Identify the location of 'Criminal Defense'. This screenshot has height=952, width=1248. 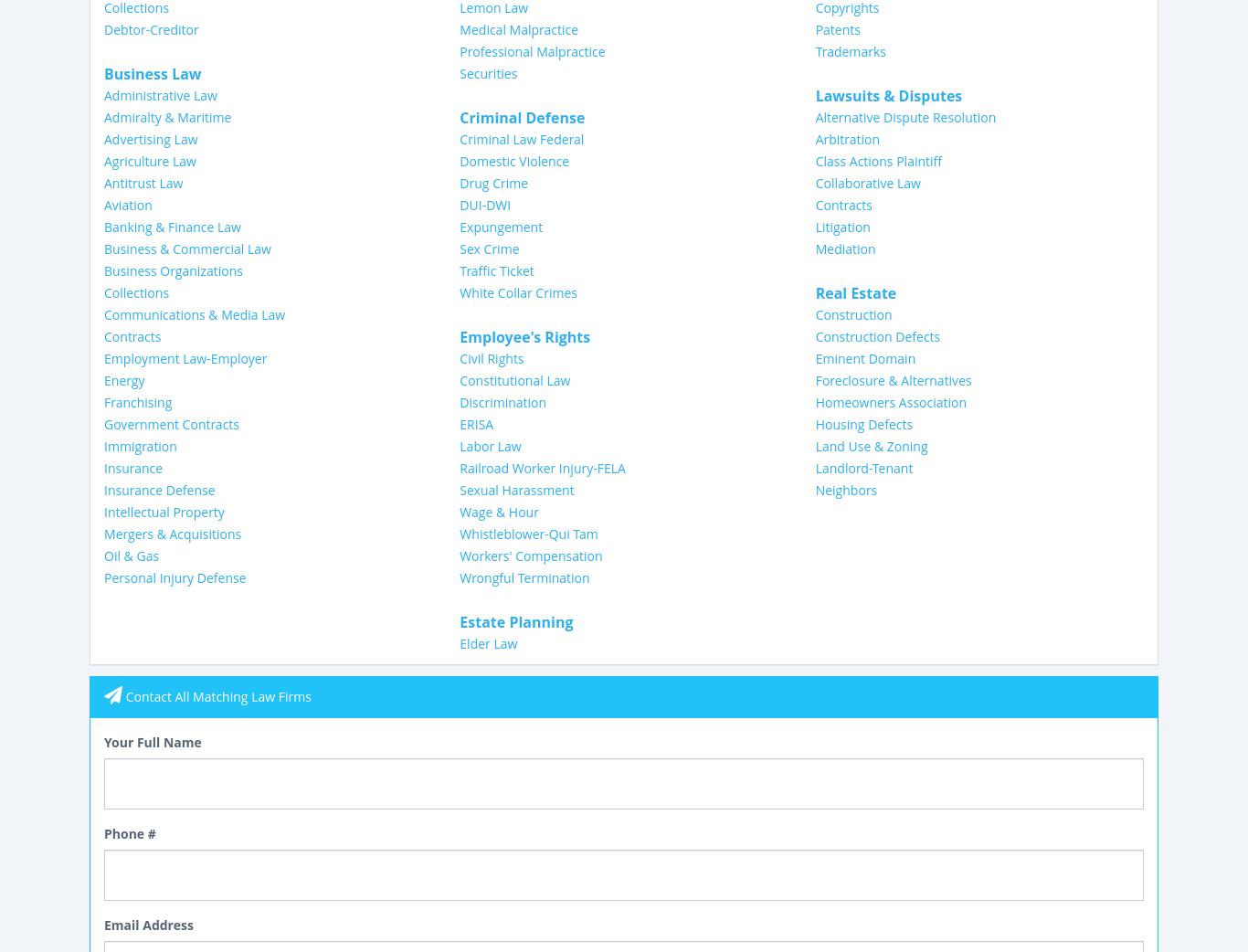
(521, 116).